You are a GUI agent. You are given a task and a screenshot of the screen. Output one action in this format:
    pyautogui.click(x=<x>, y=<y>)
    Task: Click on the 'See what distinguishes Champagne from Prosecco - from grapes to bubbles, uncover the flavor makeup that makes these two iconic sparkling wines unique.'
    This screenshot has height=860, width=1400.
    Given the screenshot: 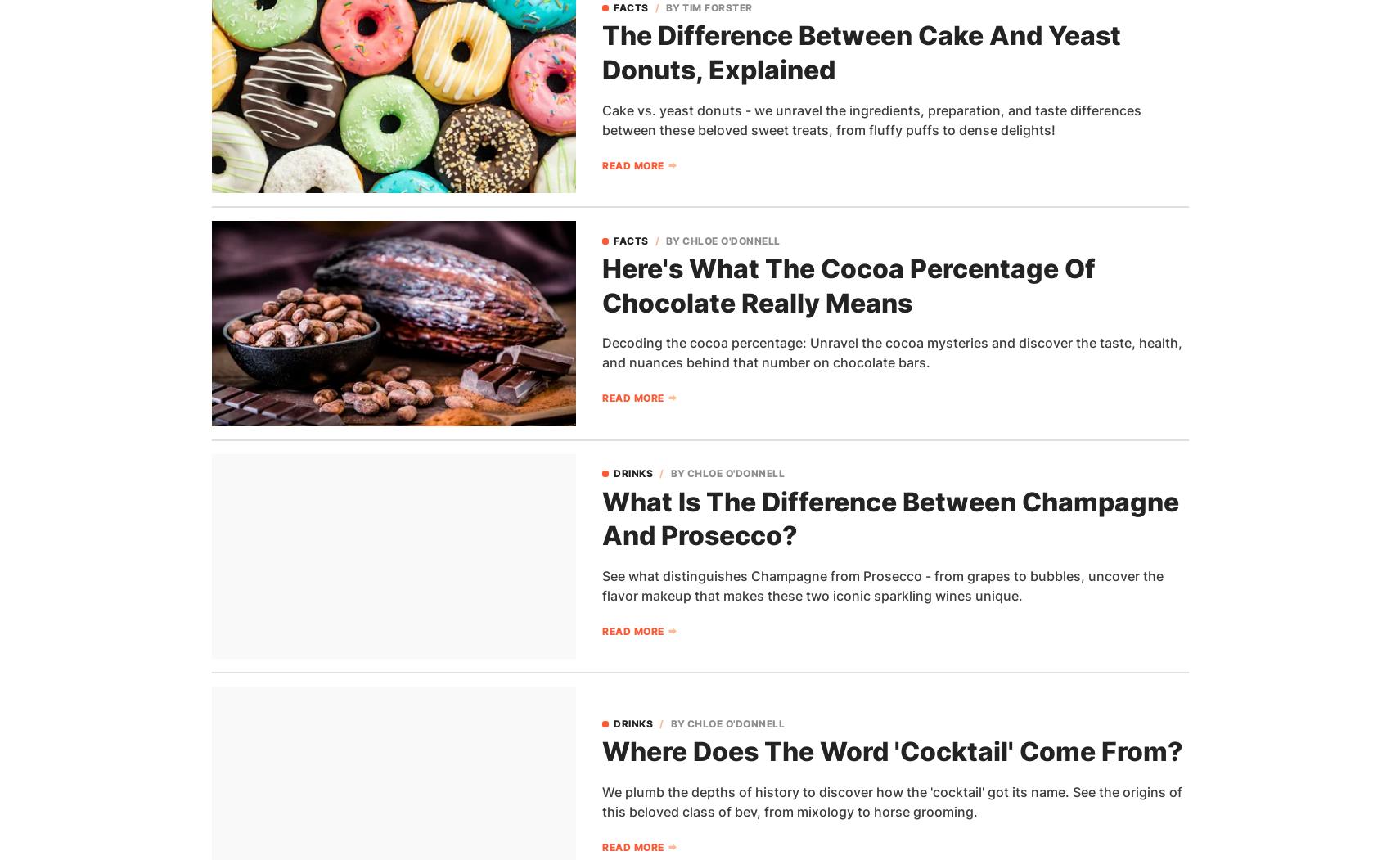 What is the action you would take?
    pyautogui.click(x=882, y=583)
    